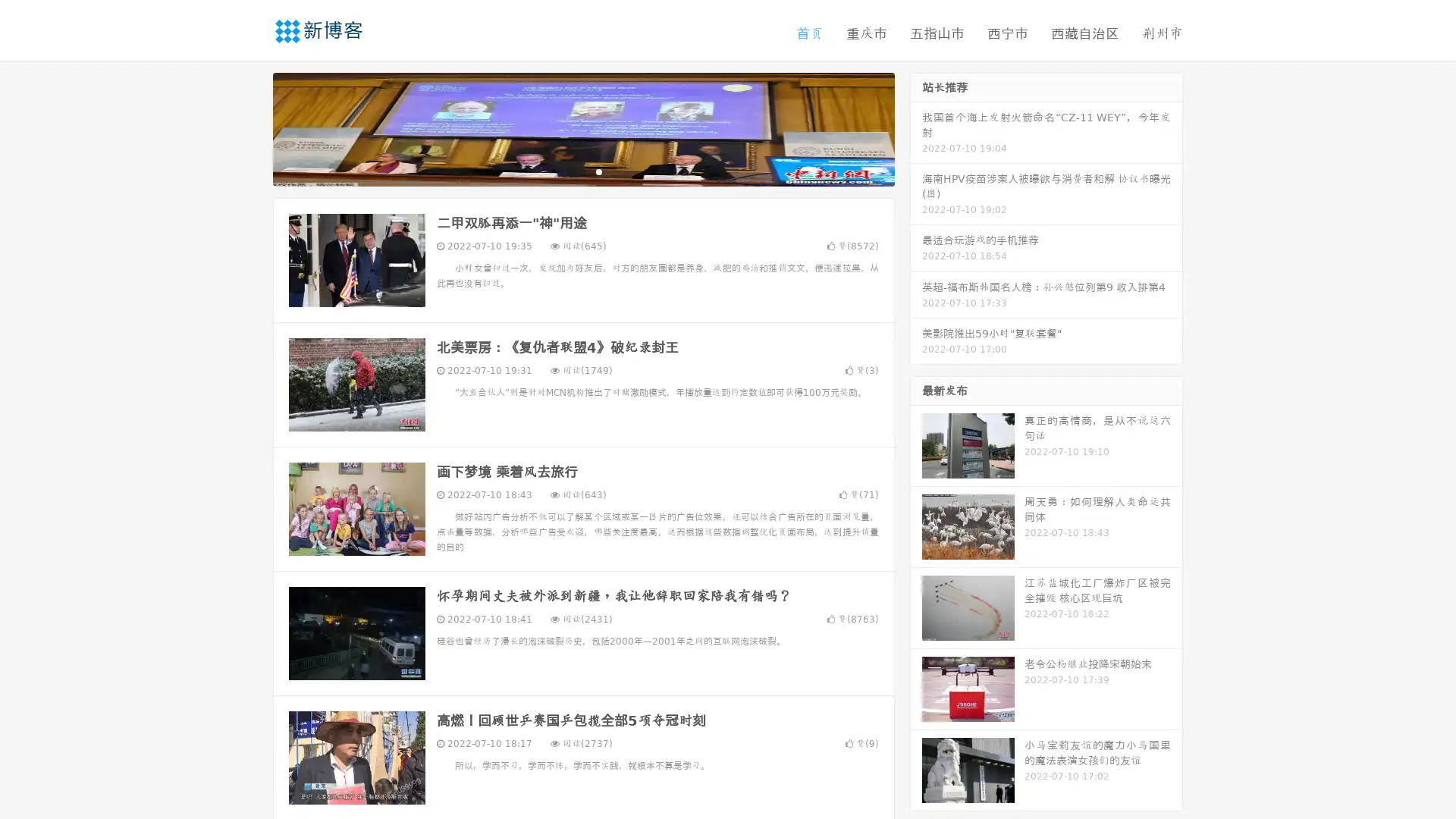  What do you see at coordinates (567, 171) in the screenshot?
I see `Go to slide 1` at bounding box center [567, 171].